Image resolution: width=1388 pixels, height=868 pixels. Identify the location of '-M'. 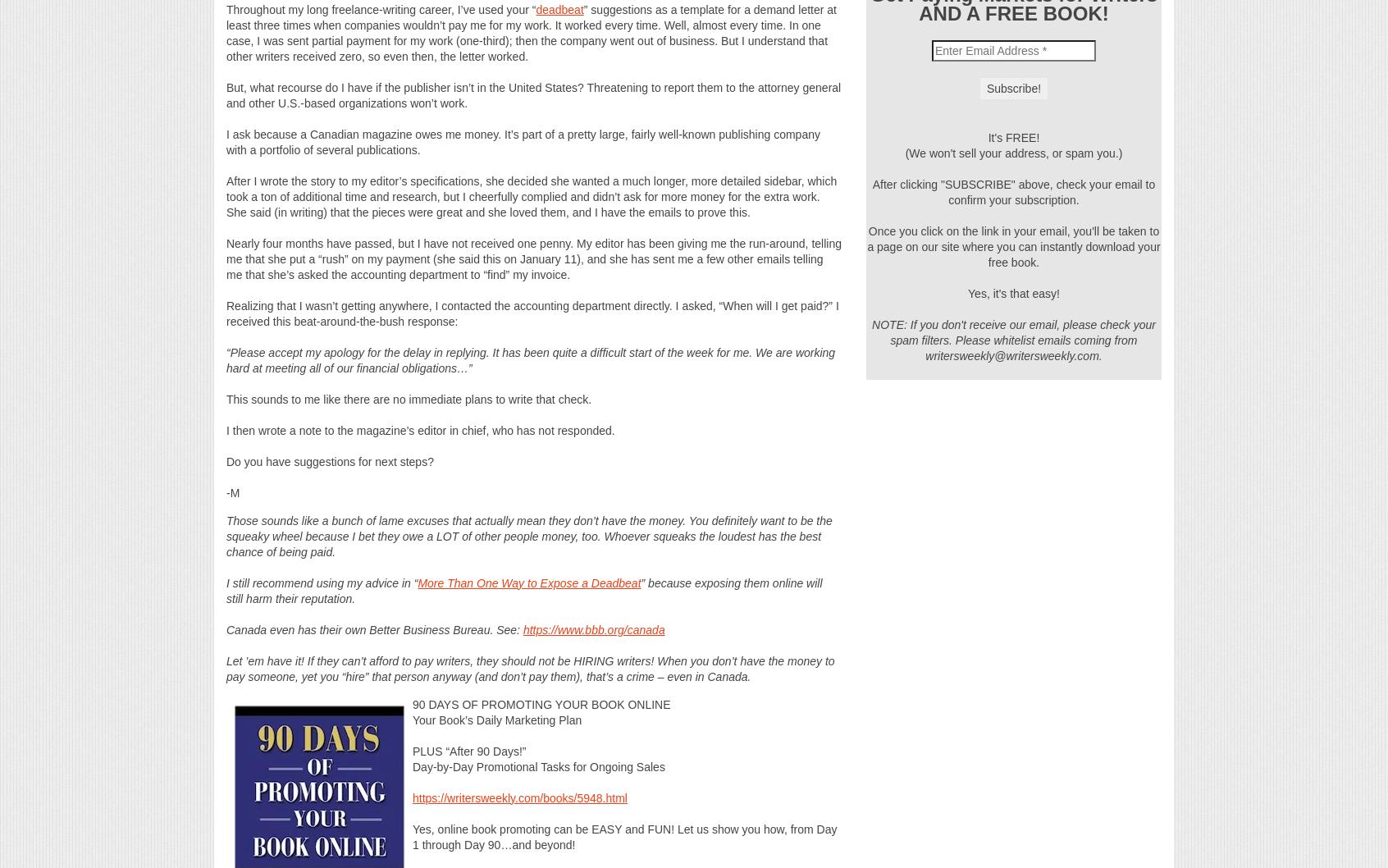
(231, 491).